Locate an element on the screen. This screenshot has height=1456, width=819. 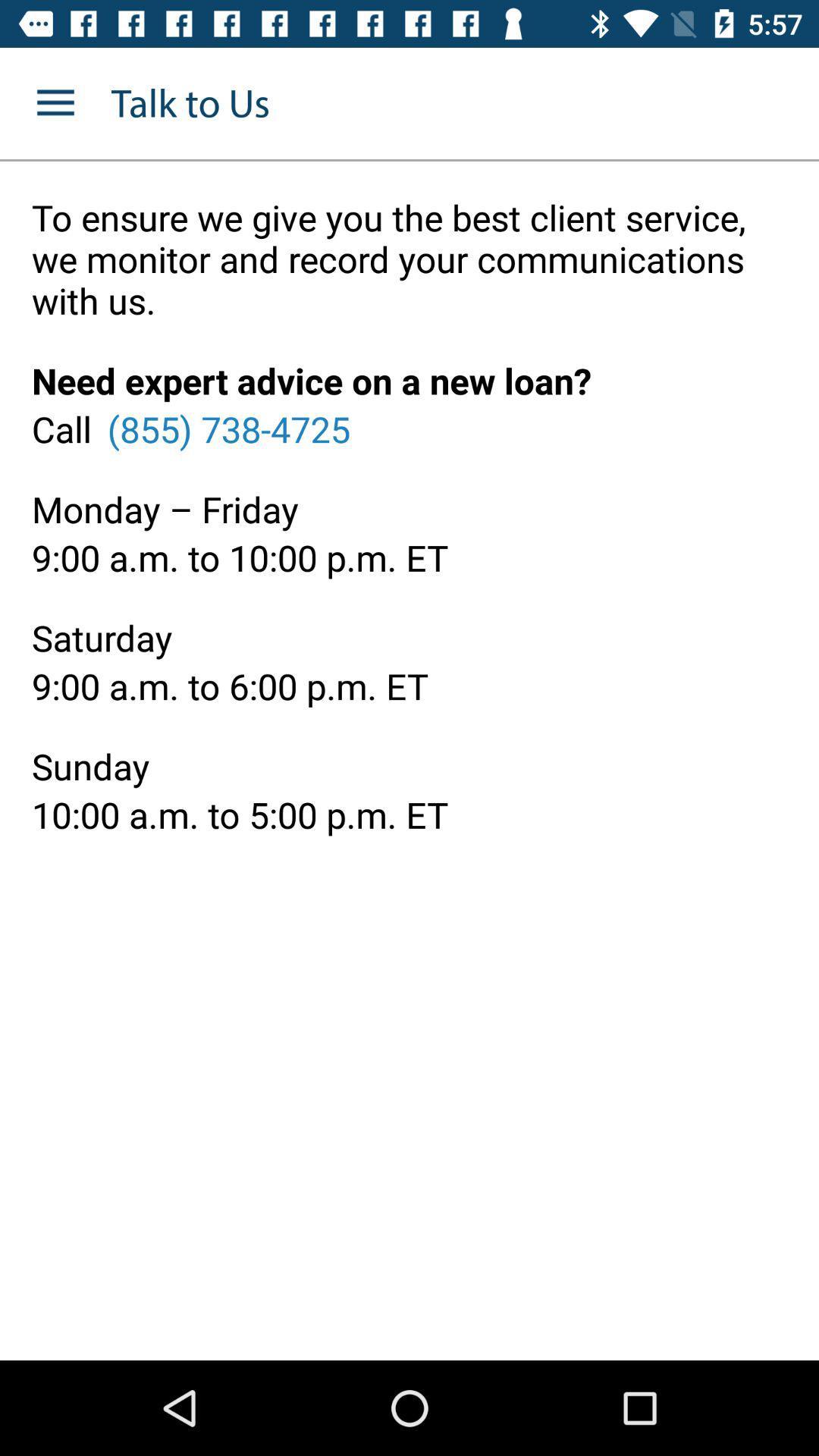
item to the right of the call item is located at coordinates (228, 428).